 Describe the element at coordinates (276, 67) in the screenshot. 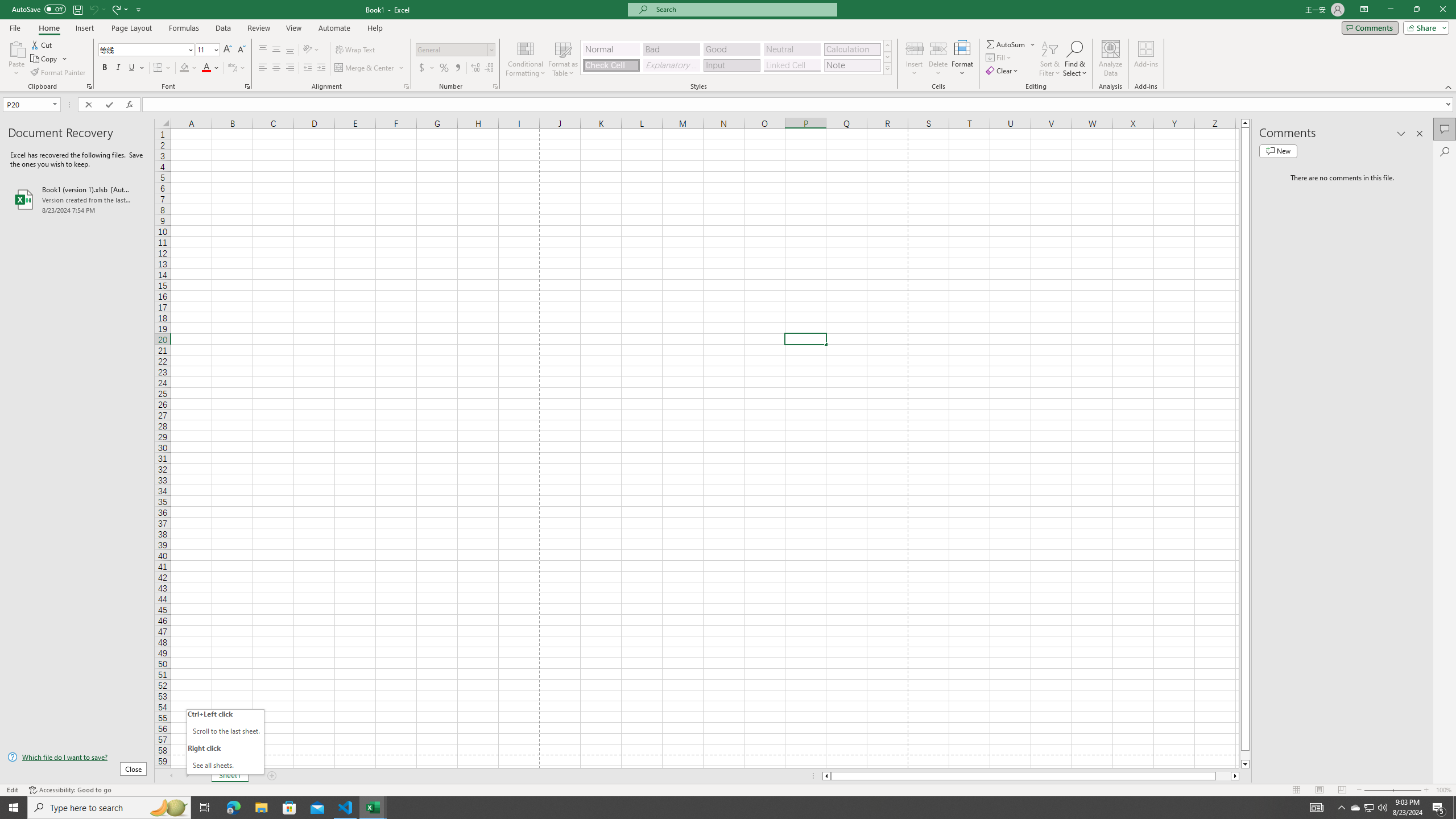

I see `'Center'` at that location.